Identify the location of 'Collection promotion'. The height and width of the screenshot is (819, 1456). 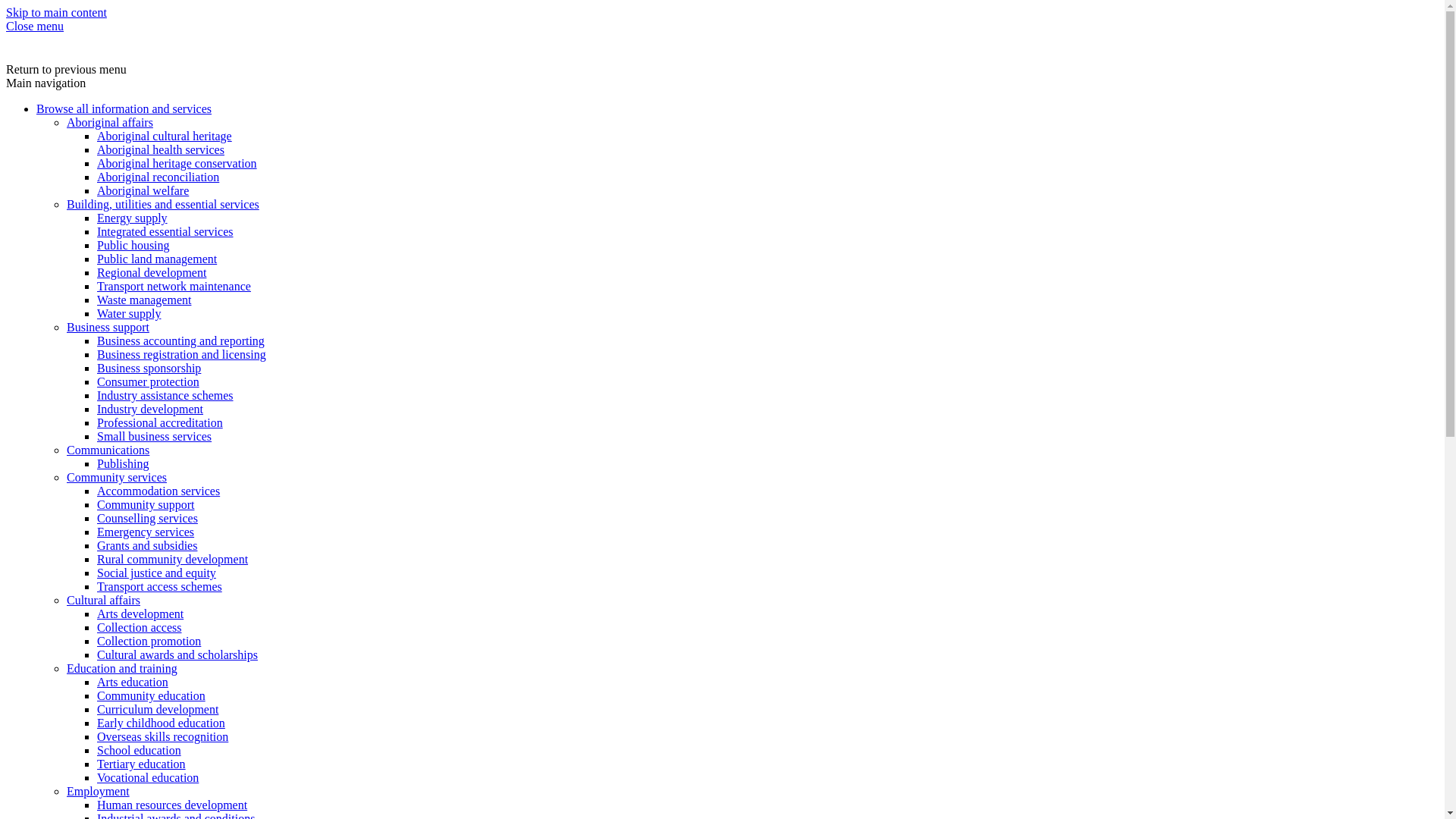
(149, 641).